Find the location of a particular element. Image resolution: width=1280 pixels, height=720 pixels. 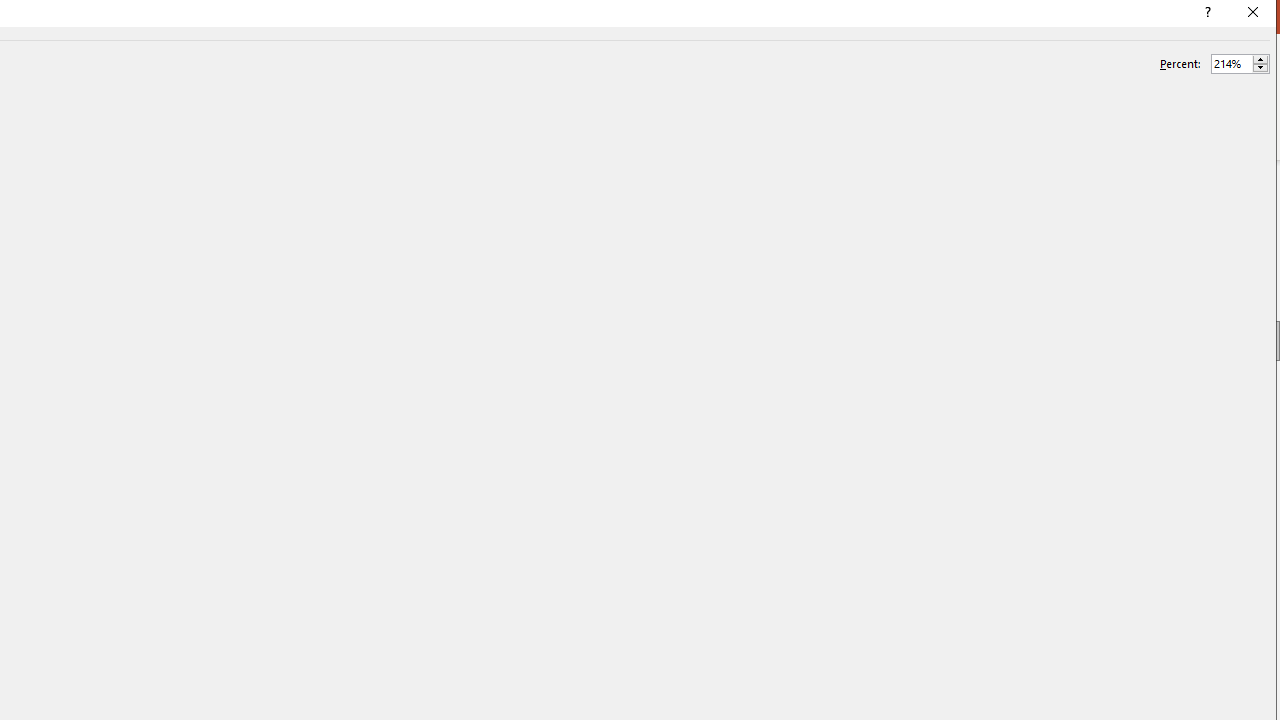

'More' is located at coordinates (1259, 58).